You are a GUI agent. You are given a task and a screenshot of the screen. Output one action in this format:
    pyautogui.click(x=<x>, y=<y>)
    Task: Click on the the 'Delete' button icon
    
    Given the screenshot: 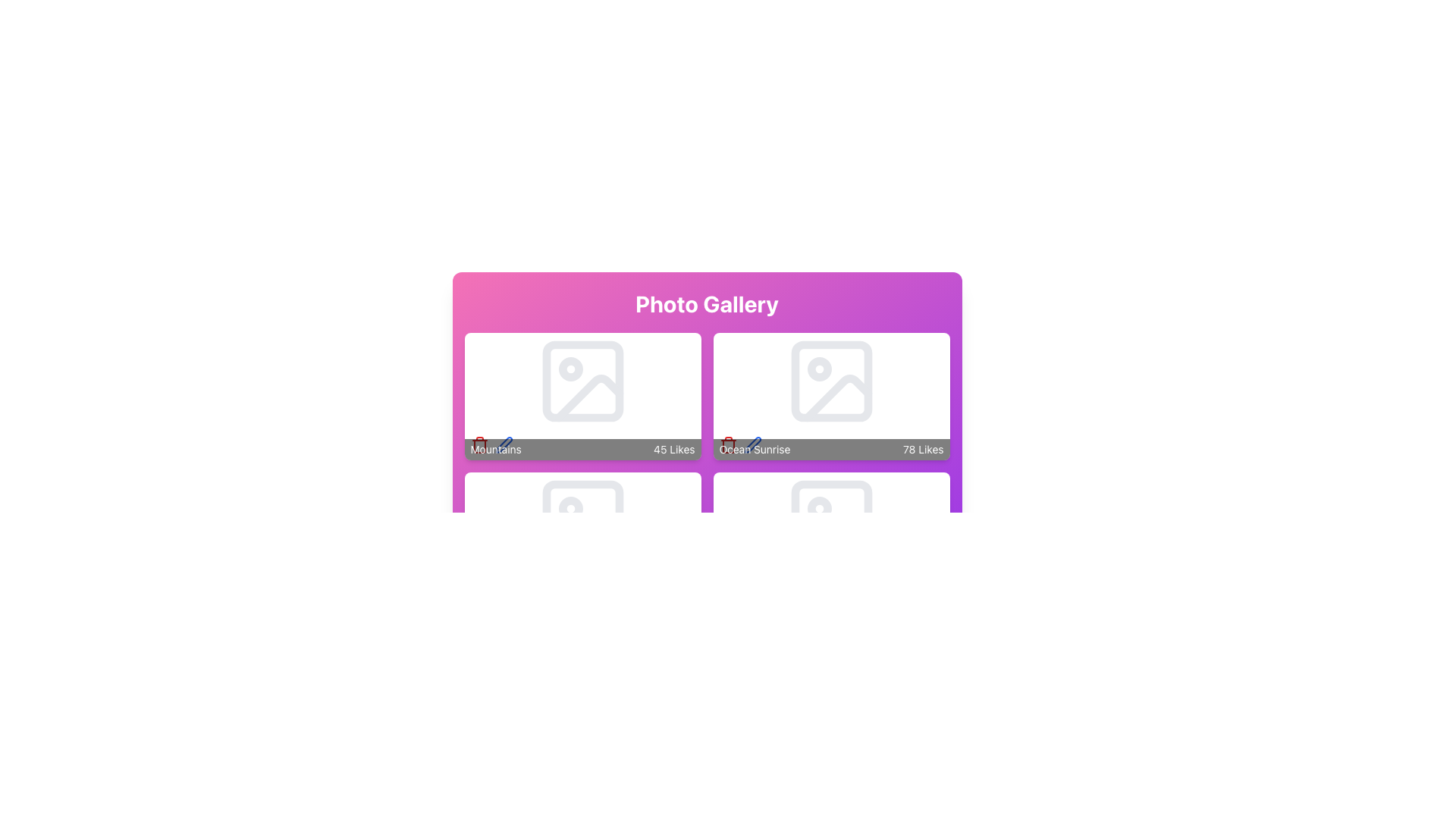 What is the action you would take?
    pyautogui.click(x=728, y=444)
    